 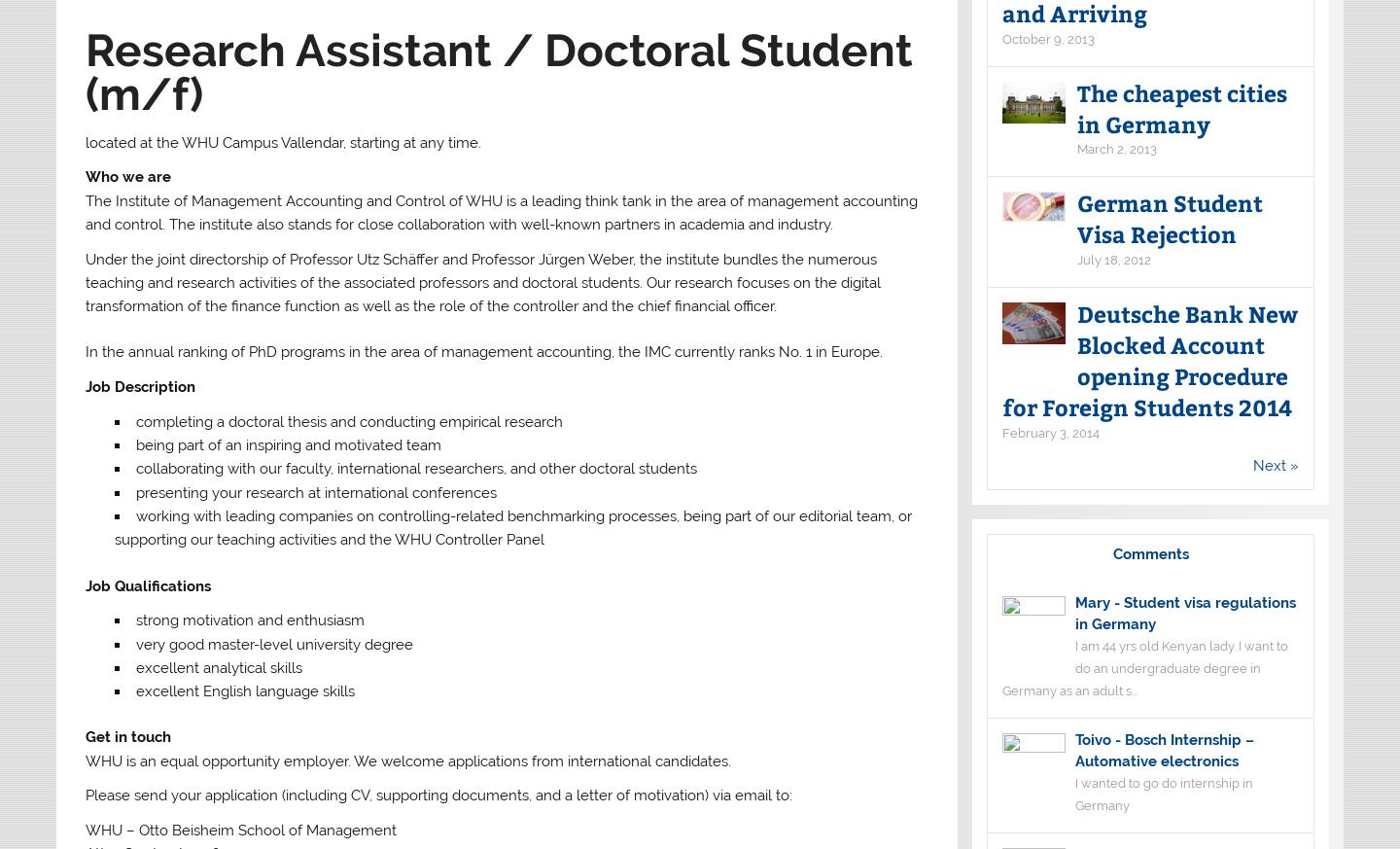 I want to click on 'Job Qualifications', so click(x=146, y=584).